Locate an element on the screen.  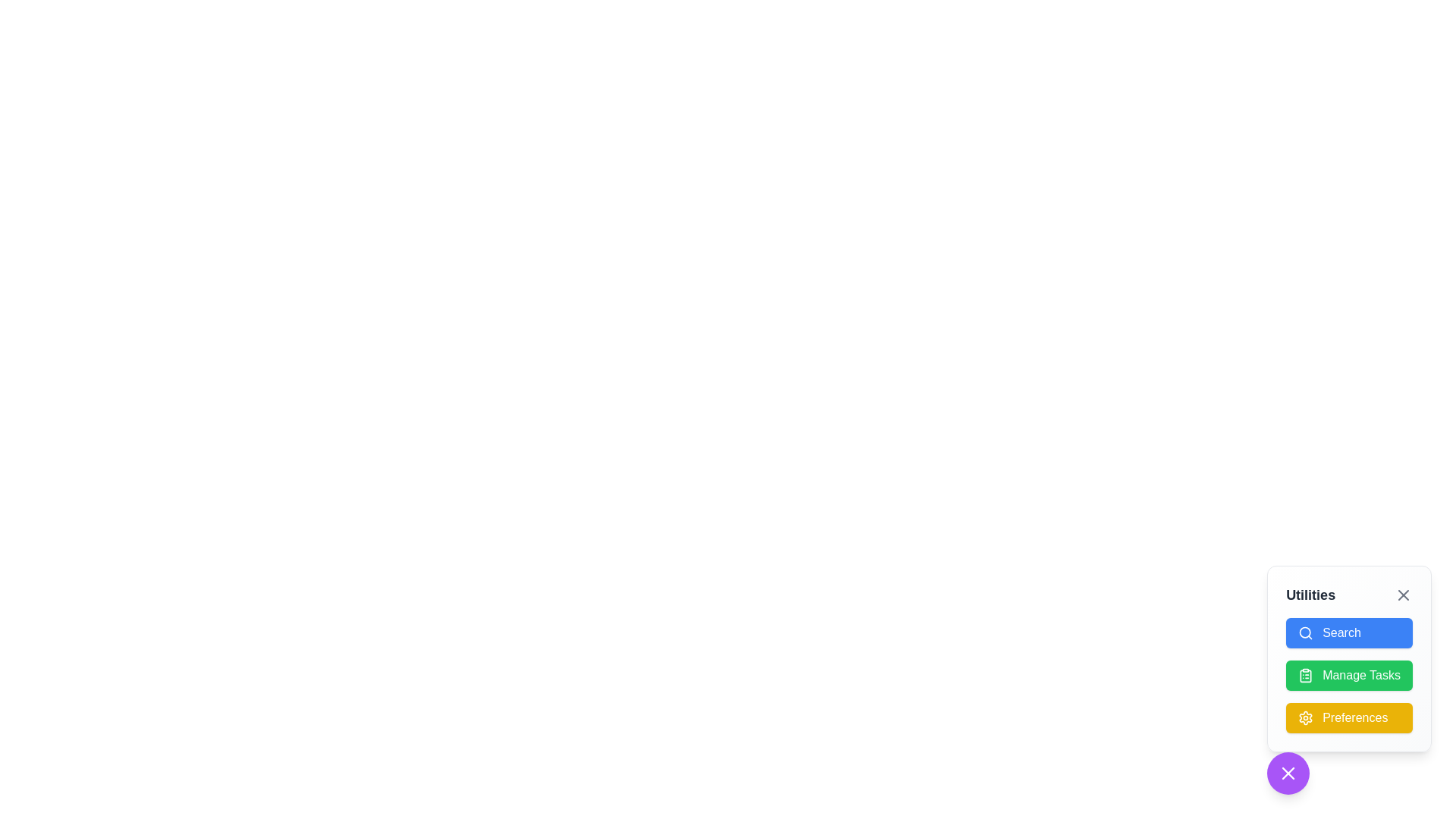
the close (X) icon in the top-right corner of the Utilities panel is located at coordinates (1288, 773).